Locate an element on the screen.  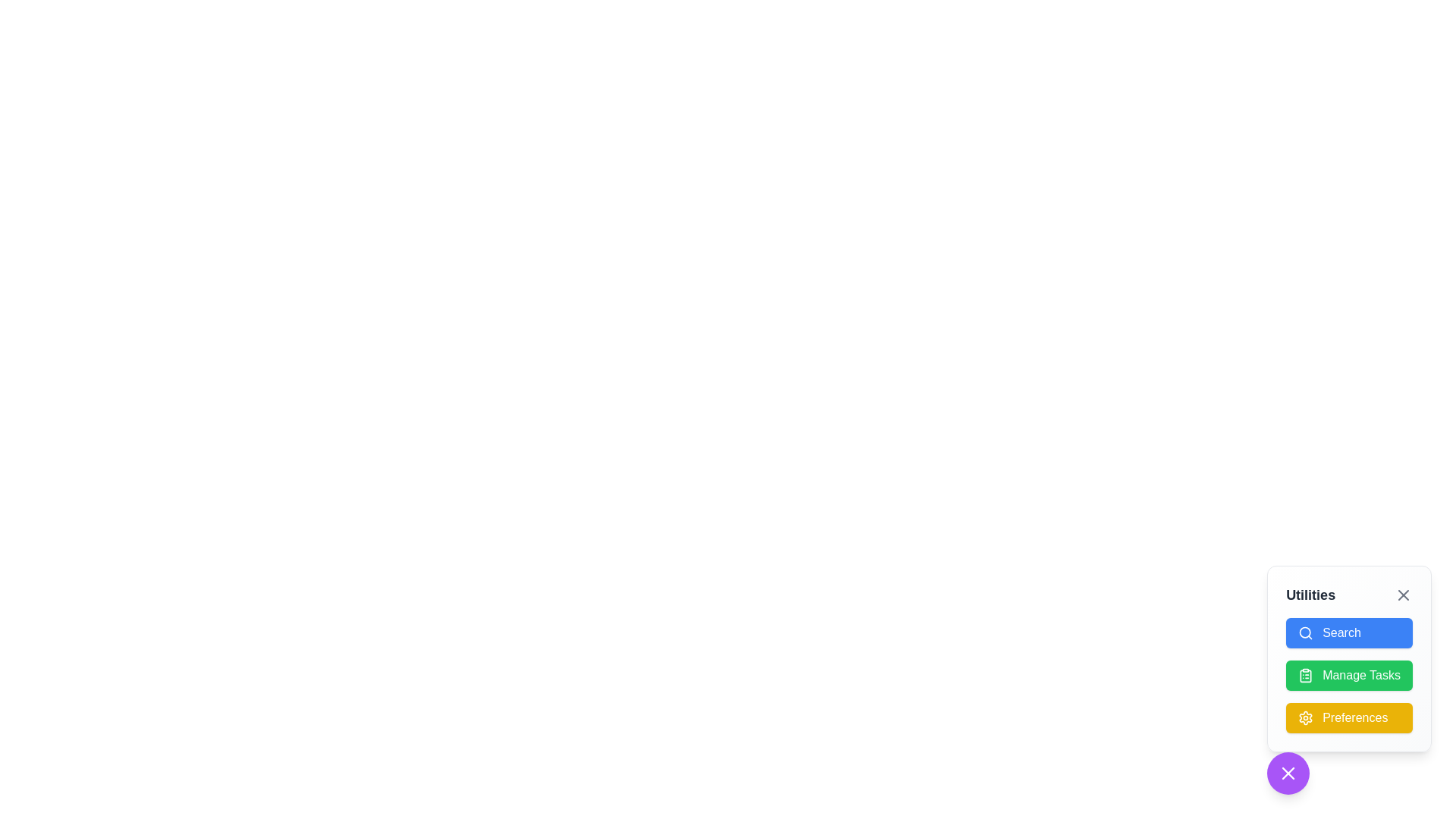
the close (X) icon in the top-right corner of the Utilities panel is located at coordinates (1288, 773).